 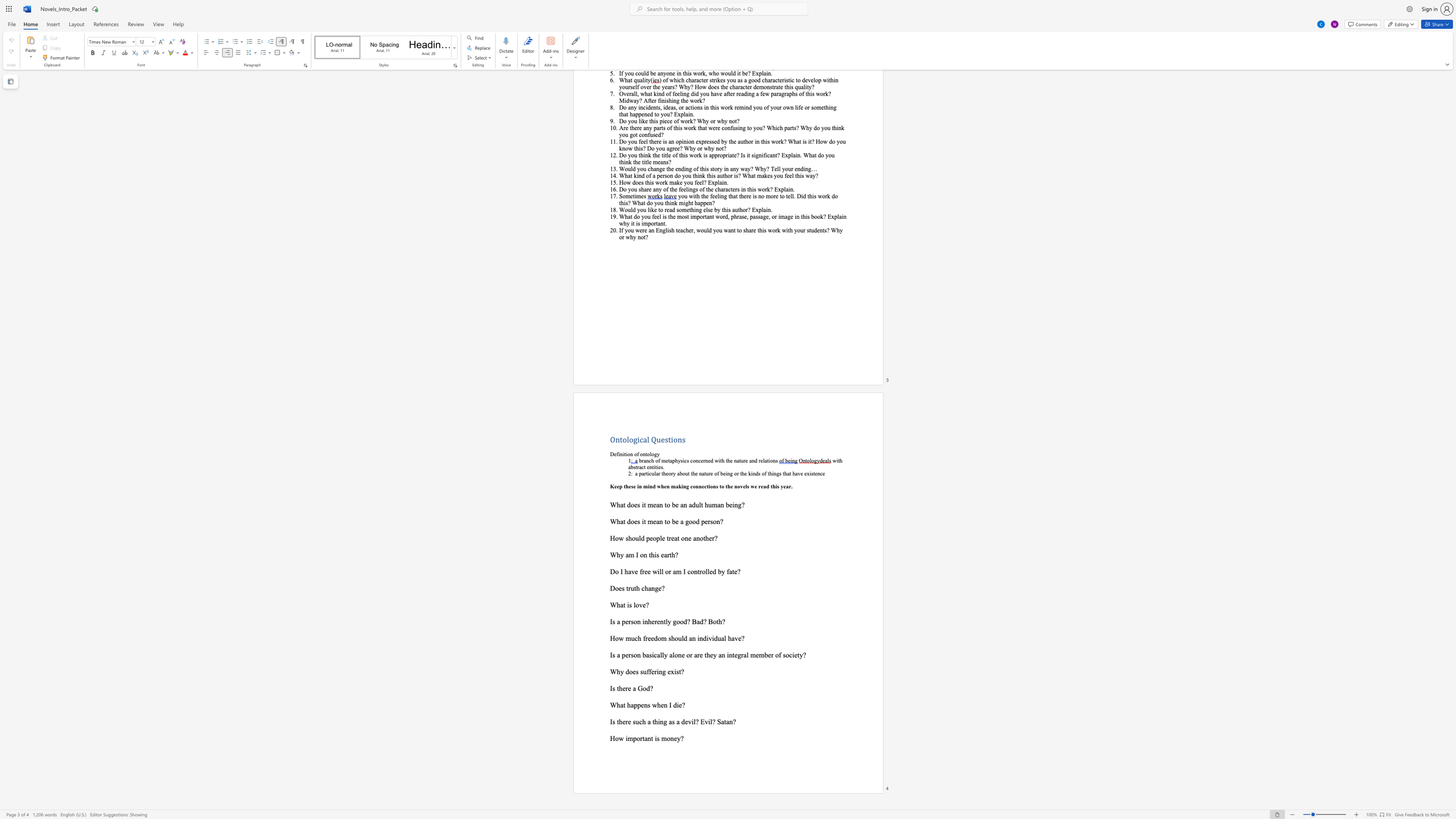 I want to click on the subset text "physics concerne" within the text "branch of metaphysics concerned with the nature and relations", so click(x=671, y=460).